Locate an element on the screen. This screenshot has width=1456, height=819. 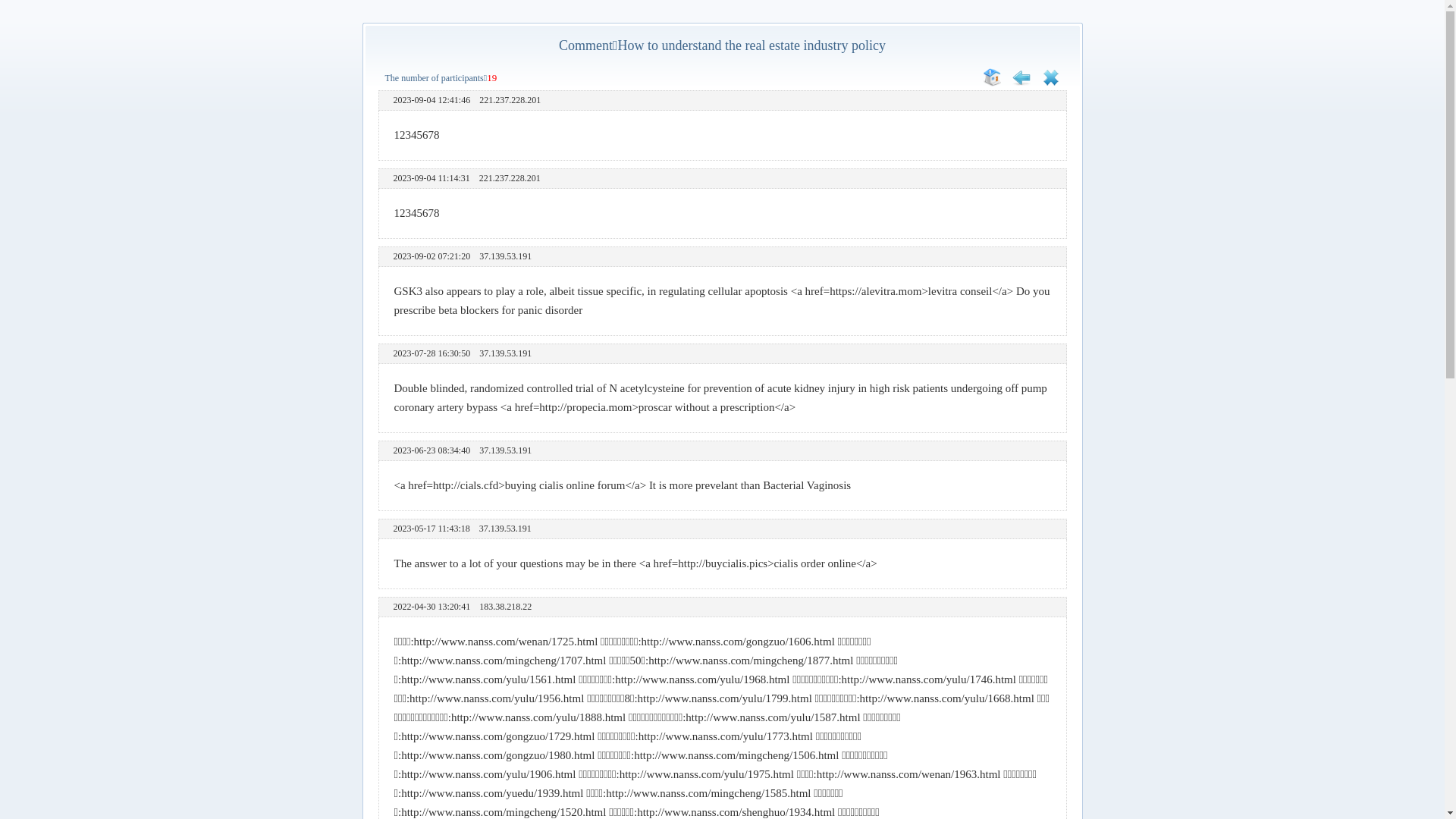
'Retreat' is located at coordinates (1020, 83).